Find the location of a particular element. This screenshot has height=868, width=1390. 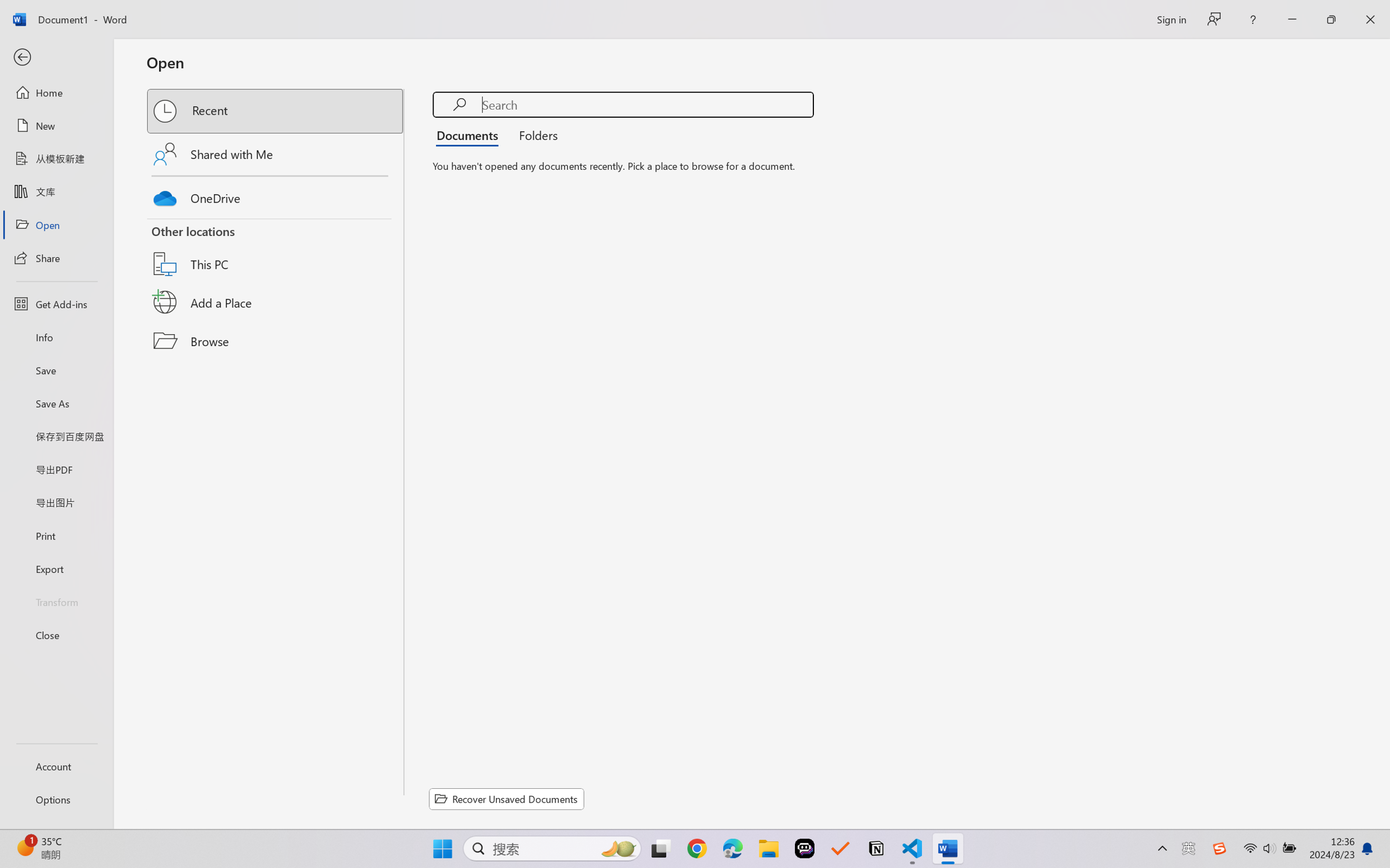

'Recent' is located at coordinates (276, 110).